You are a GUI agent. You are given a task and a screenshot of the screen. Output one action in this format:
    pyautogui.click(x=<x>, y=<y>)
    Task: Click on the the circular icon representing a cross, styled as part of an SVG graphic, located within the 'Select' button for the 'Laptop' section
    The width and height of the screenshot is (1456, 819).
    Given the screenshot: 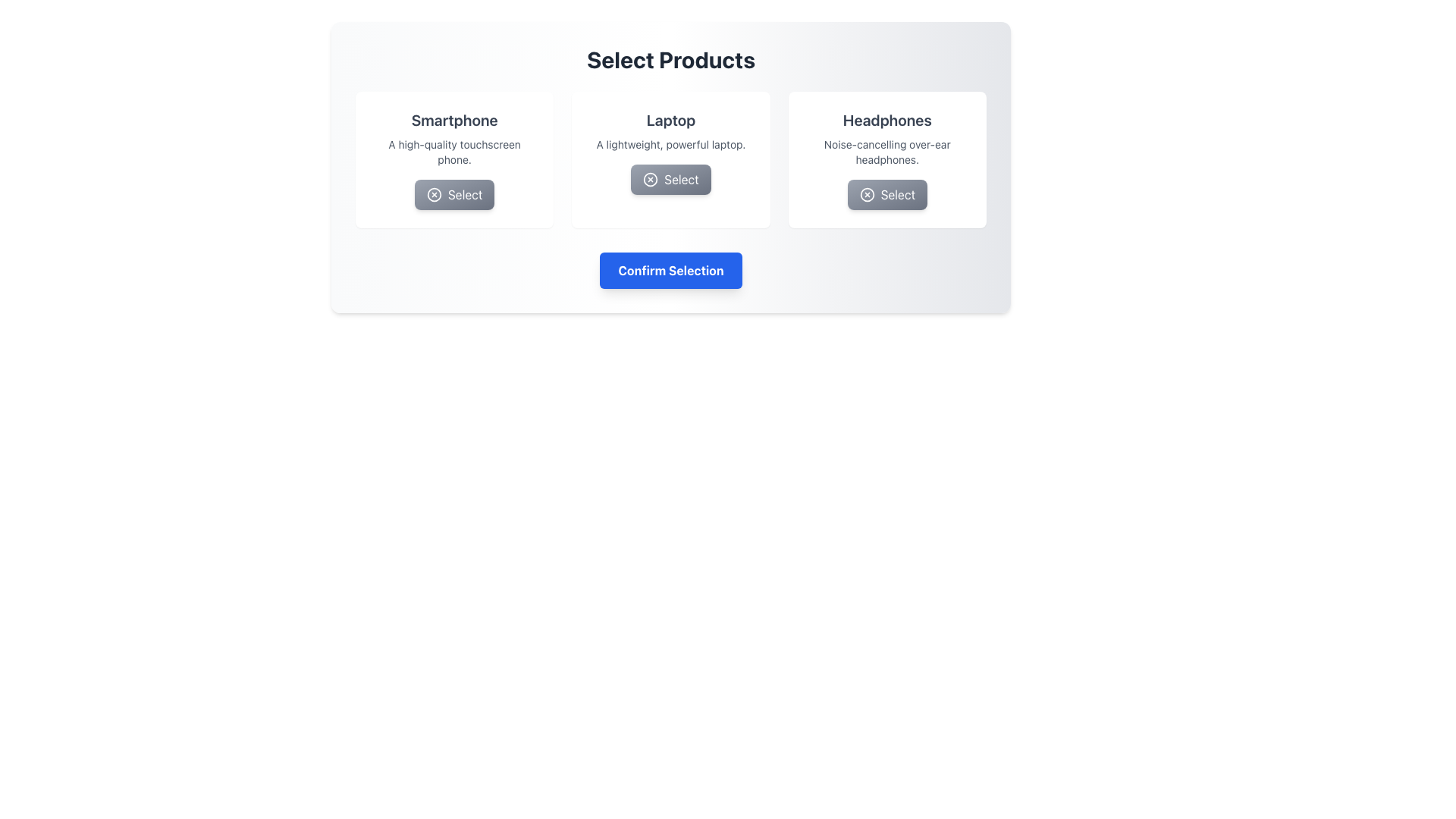 What is the action you would take?
    pyautogui.click(x=651, y=178)
    